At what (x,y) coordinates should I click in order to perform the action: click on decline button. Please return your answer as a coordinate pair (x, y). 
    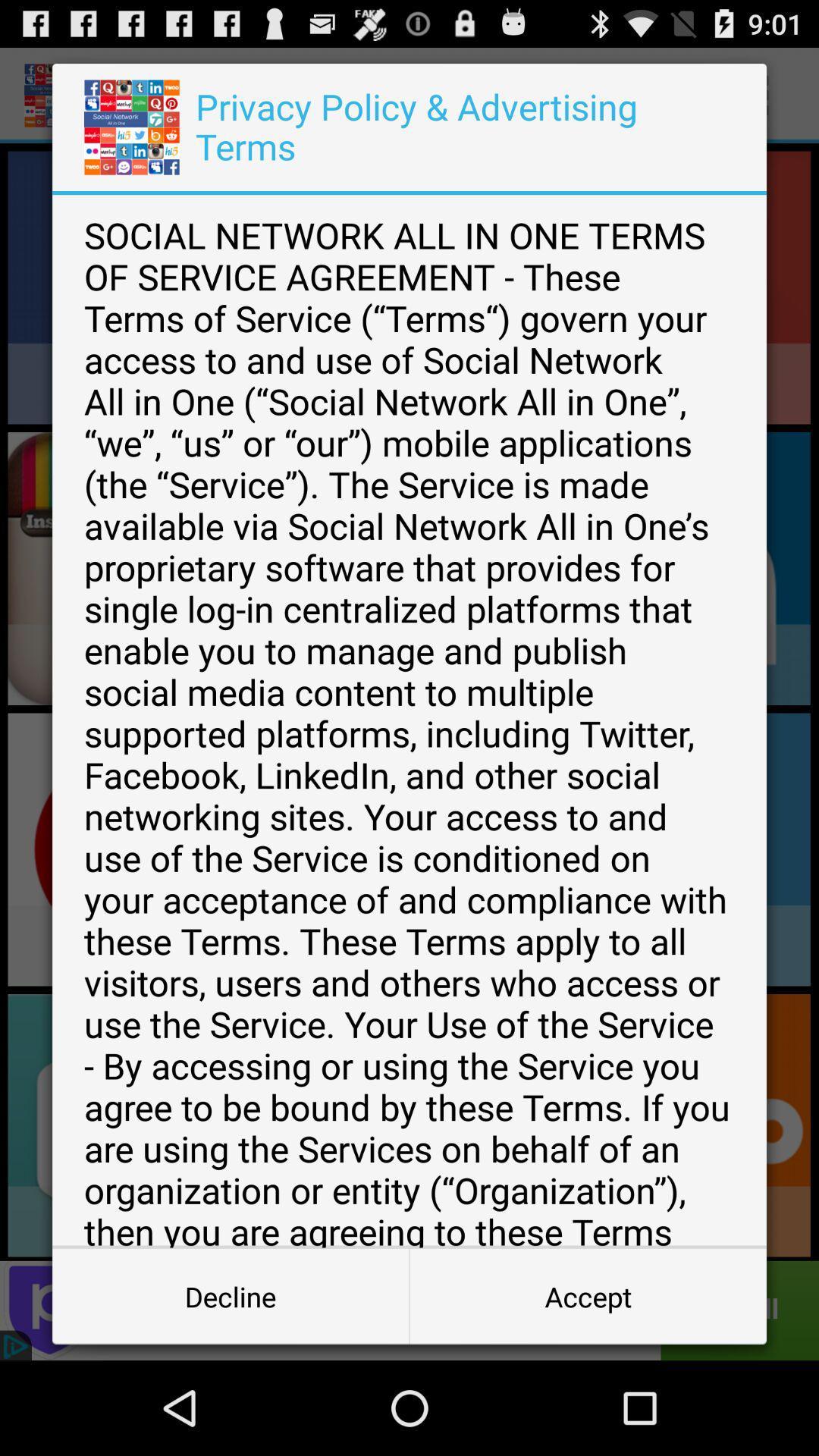
    Looking at the image, I should click on (231, 1295).